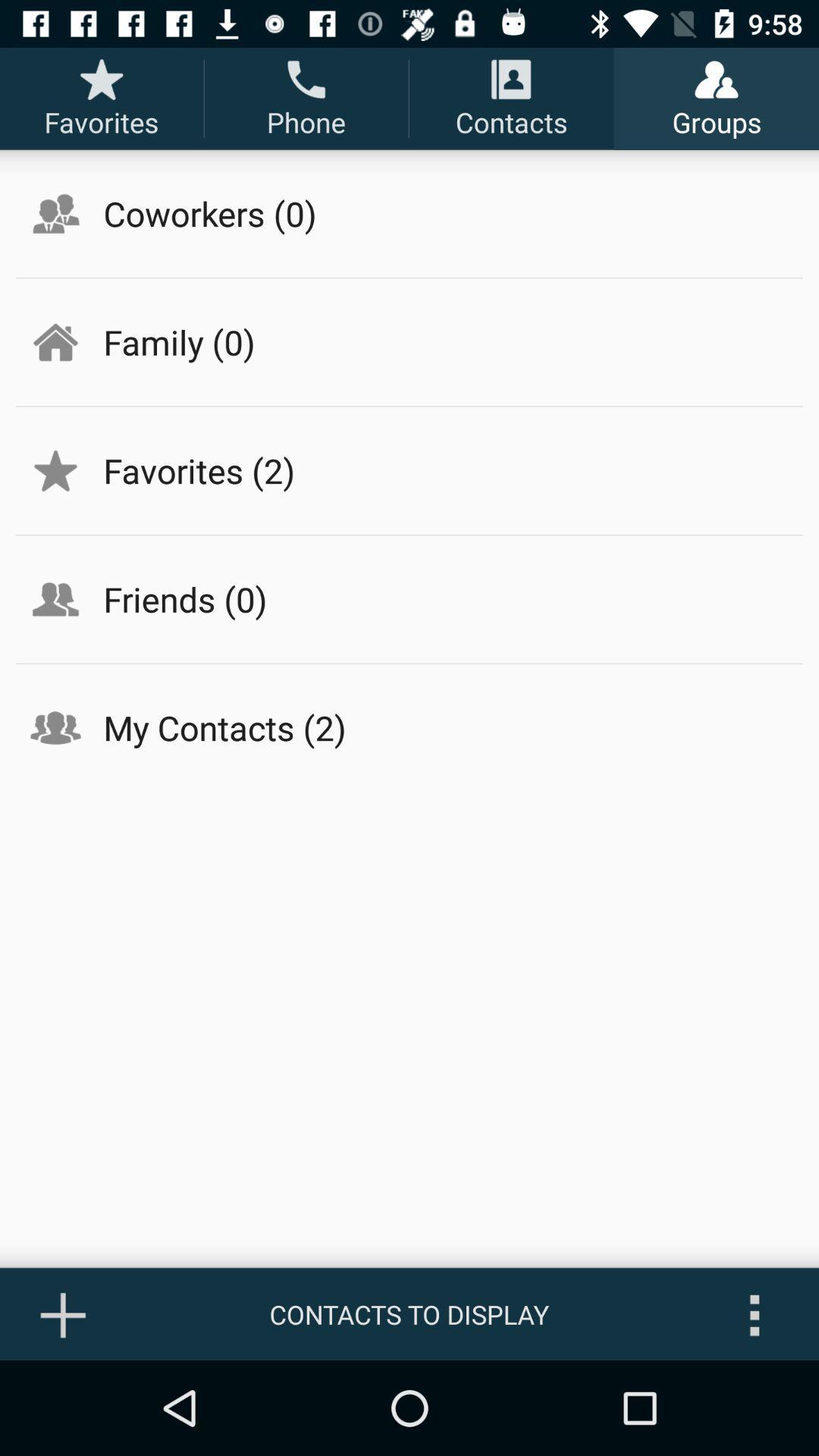 Image resolution: width=819 pixels, height=1456 pixels. What do you see at coordinates (63, 1313) in the screenshot?
I see `the item at the bottom left corner` at bounding box center [63, 1313].